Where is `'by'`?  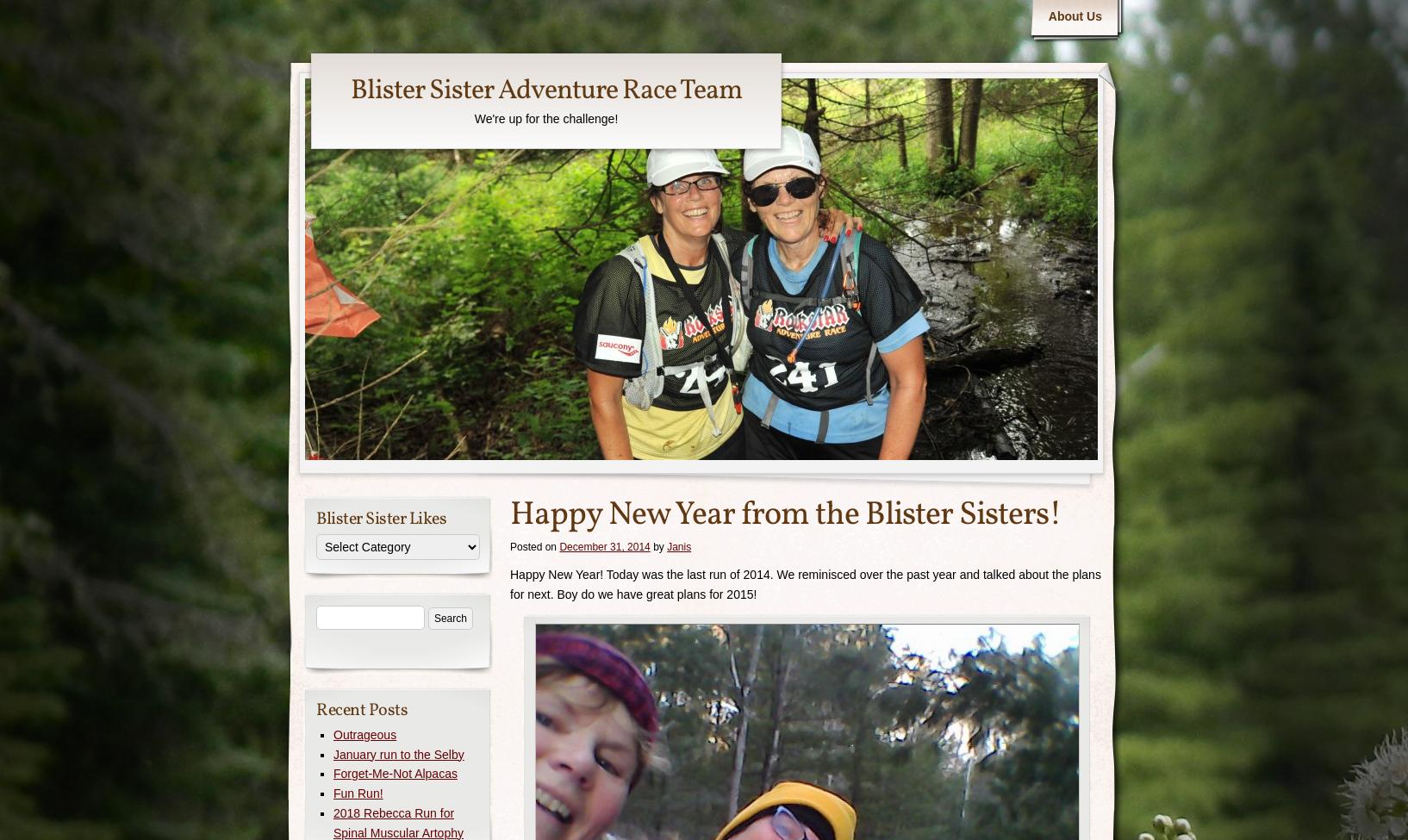 'by' is located at coordinates (658, 547).